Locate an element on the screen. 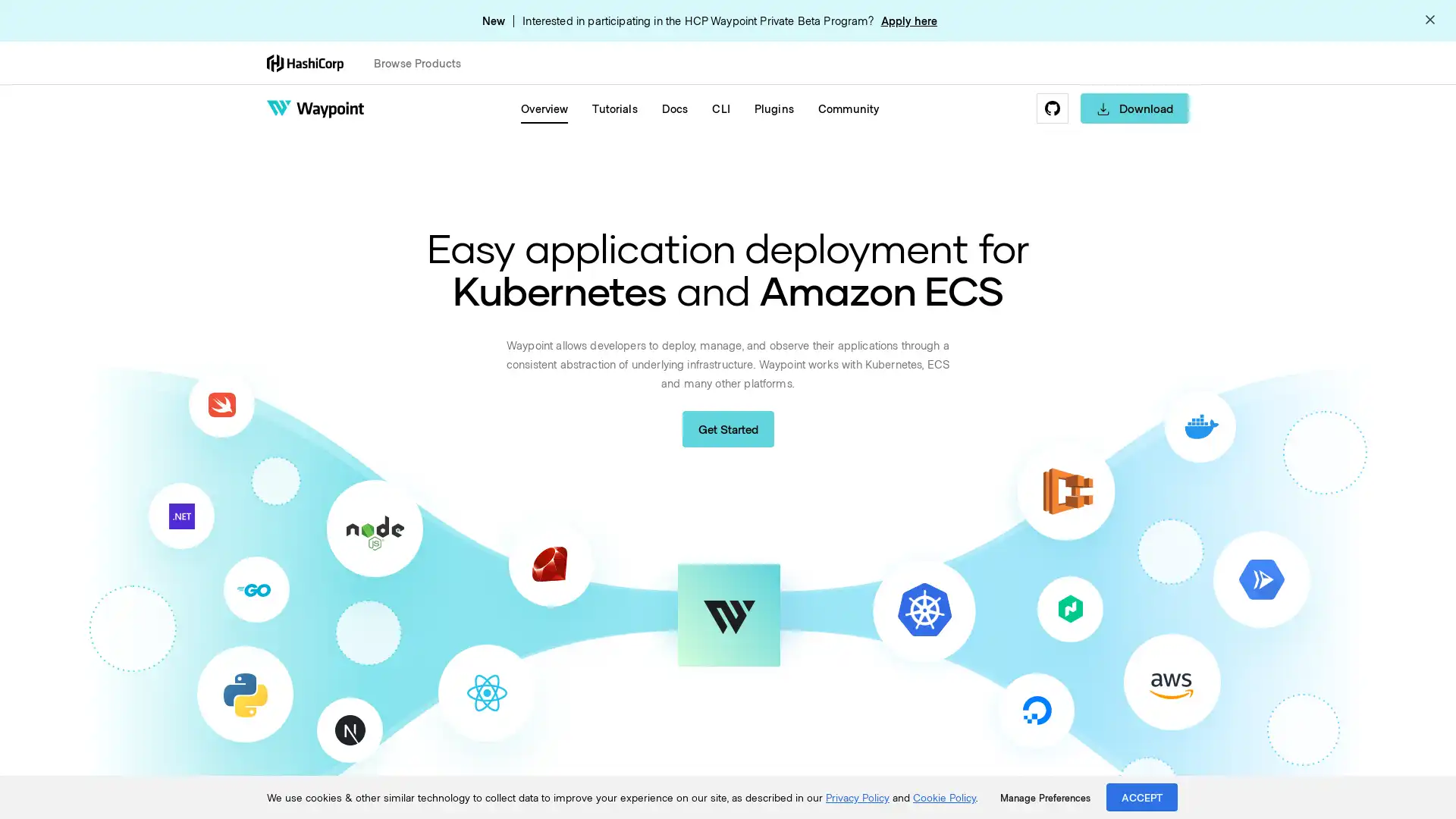  Manage Preferences is located at coordinates (1044, 797).